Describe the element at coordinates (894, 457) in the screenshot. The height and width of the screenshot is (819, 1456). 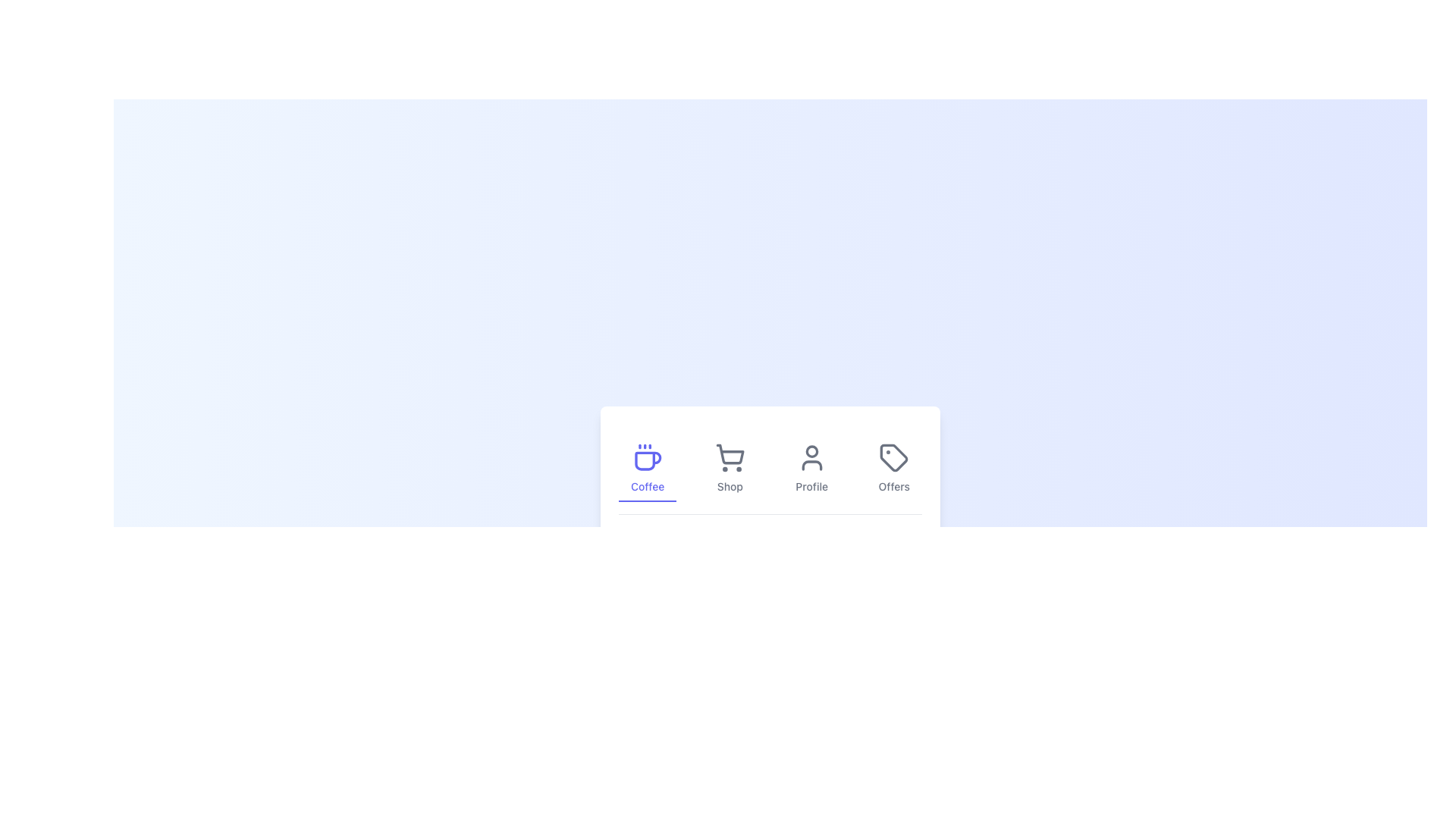
I see `the tag icon, which is a diagonal rectangular shape with a small circular dot, located at the rightmost position of the horizontal navigation bar labeled 'Offers'` at that location.